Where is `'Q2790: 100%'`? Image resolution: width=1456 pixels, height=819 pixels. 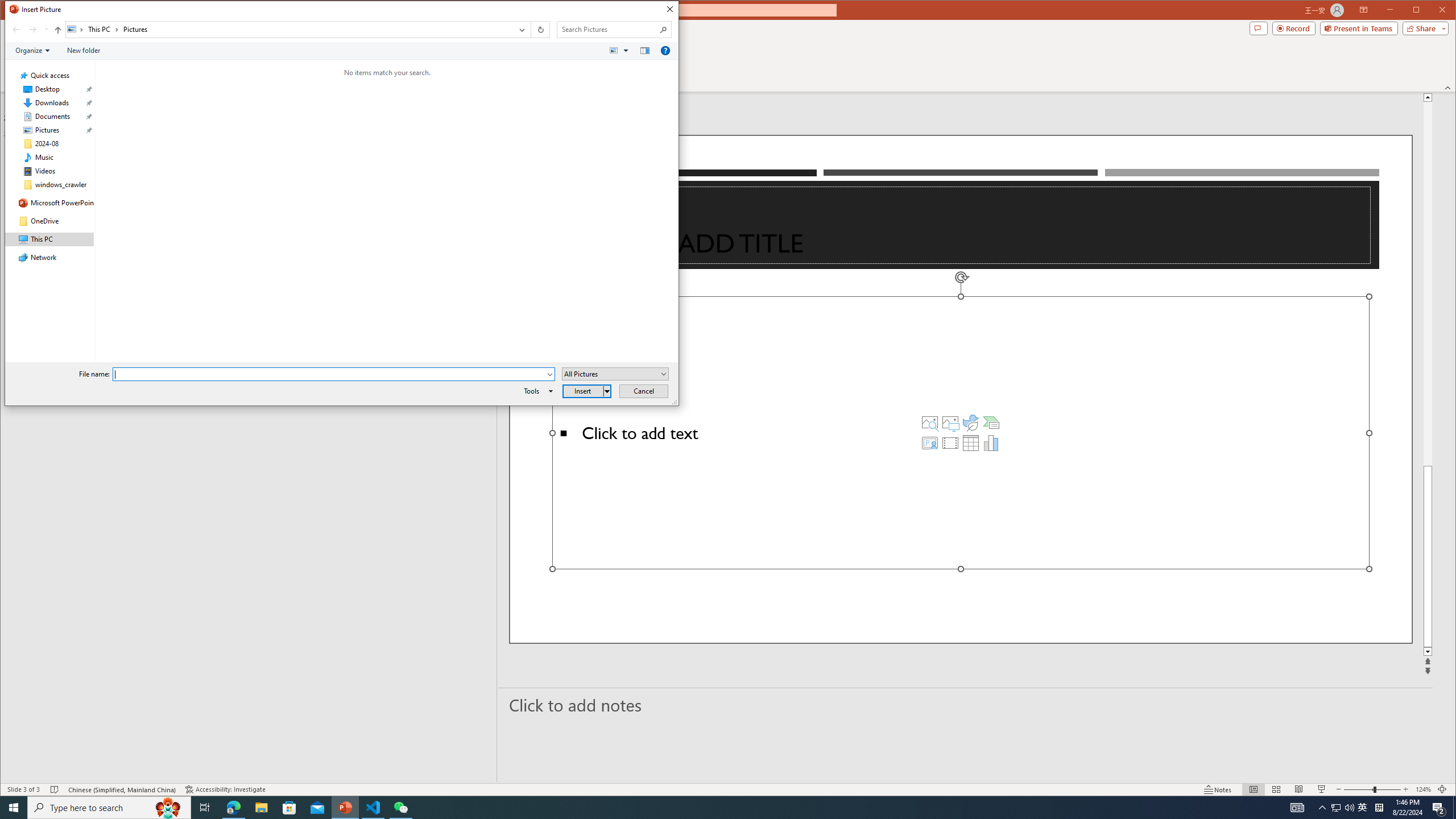 'Q2790: 100%' is located at coordinates (1349, 806).